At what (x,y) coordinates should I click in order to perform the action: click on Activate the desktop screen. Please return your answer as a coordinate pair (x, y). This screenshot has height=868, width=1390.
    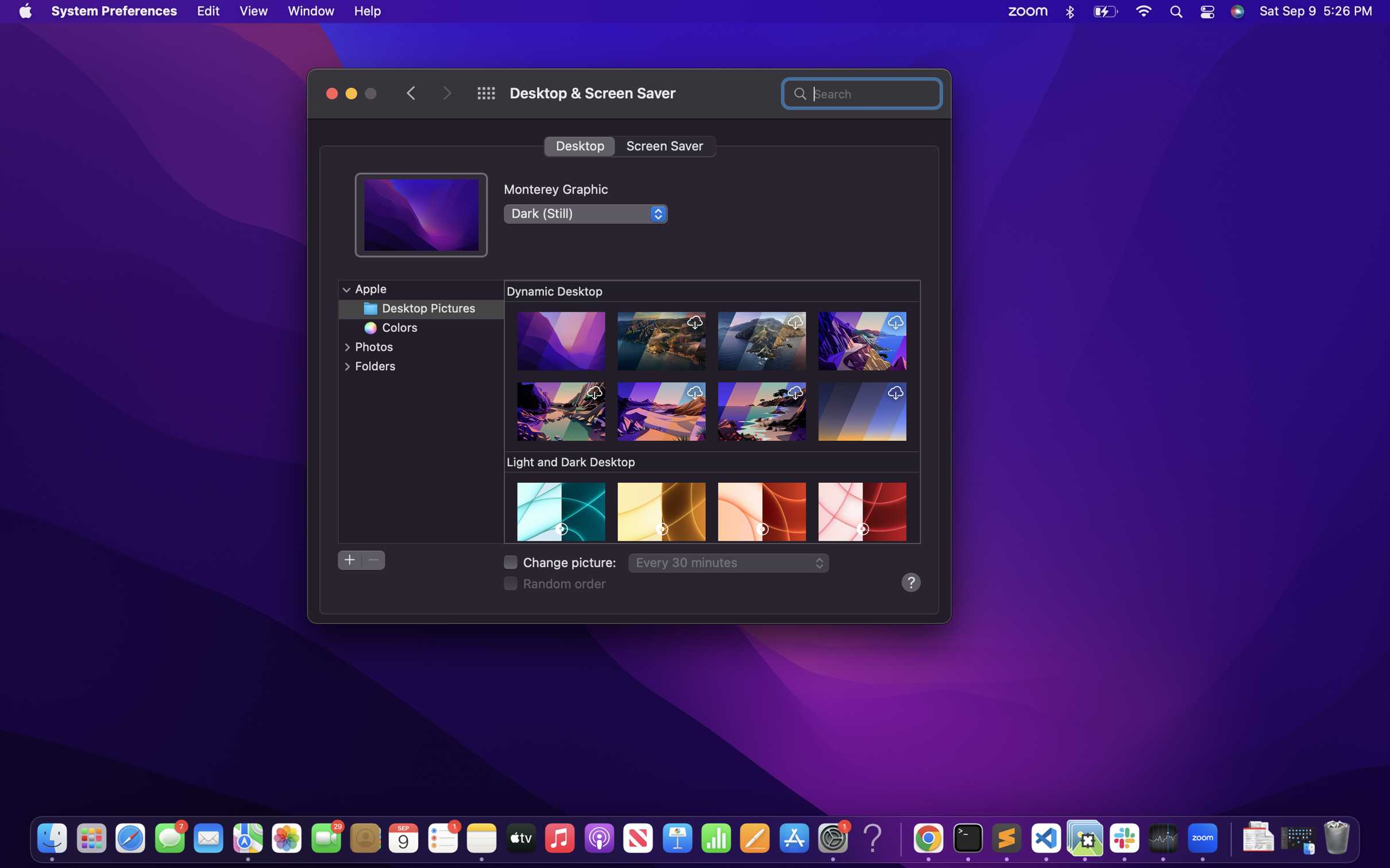
    Looking at the image, I should click on (578, 145).